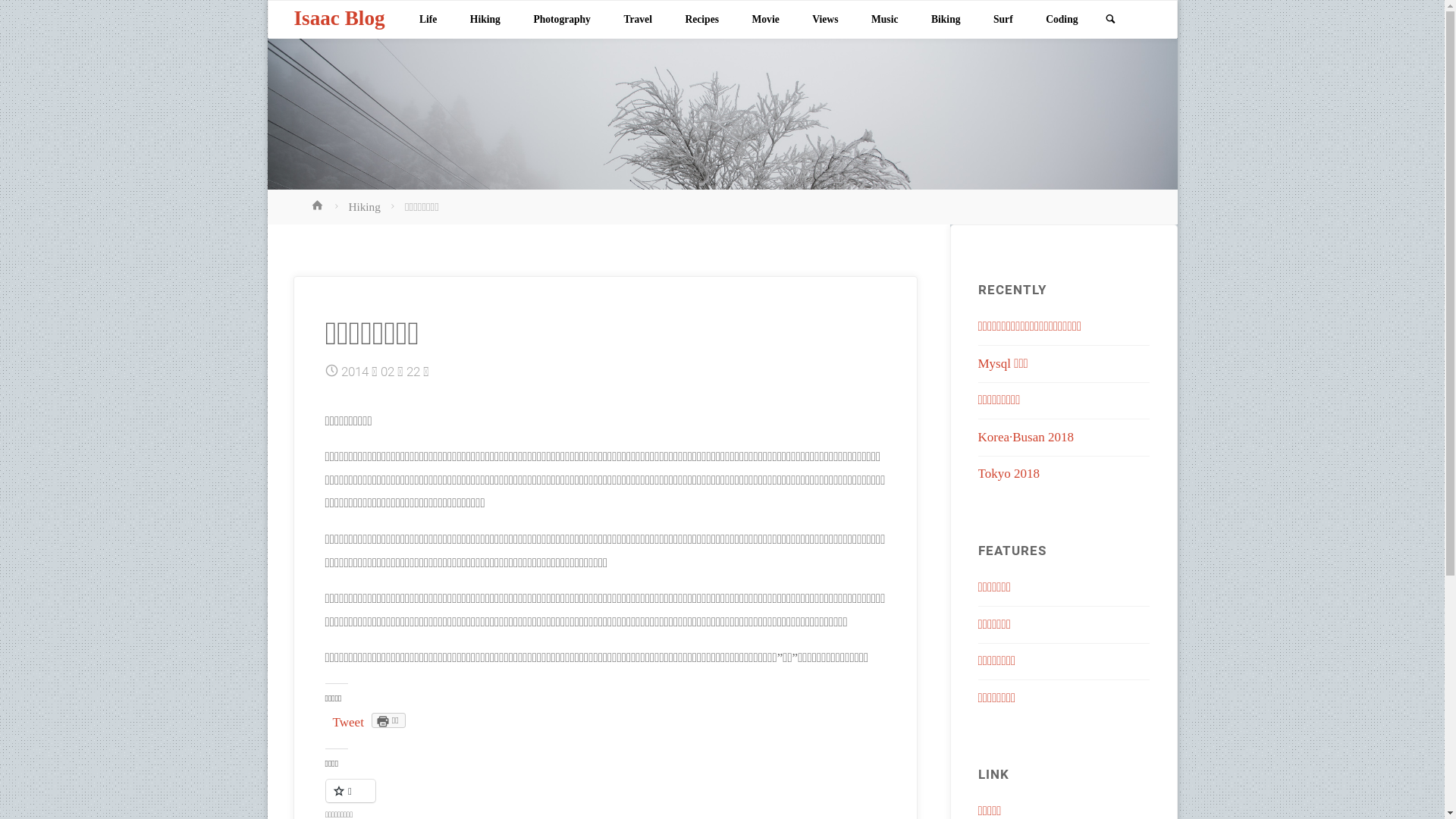 Image resolution: width=1456 pixels, height=819 pixels. I want to click on 'Views', so click(824, 20).